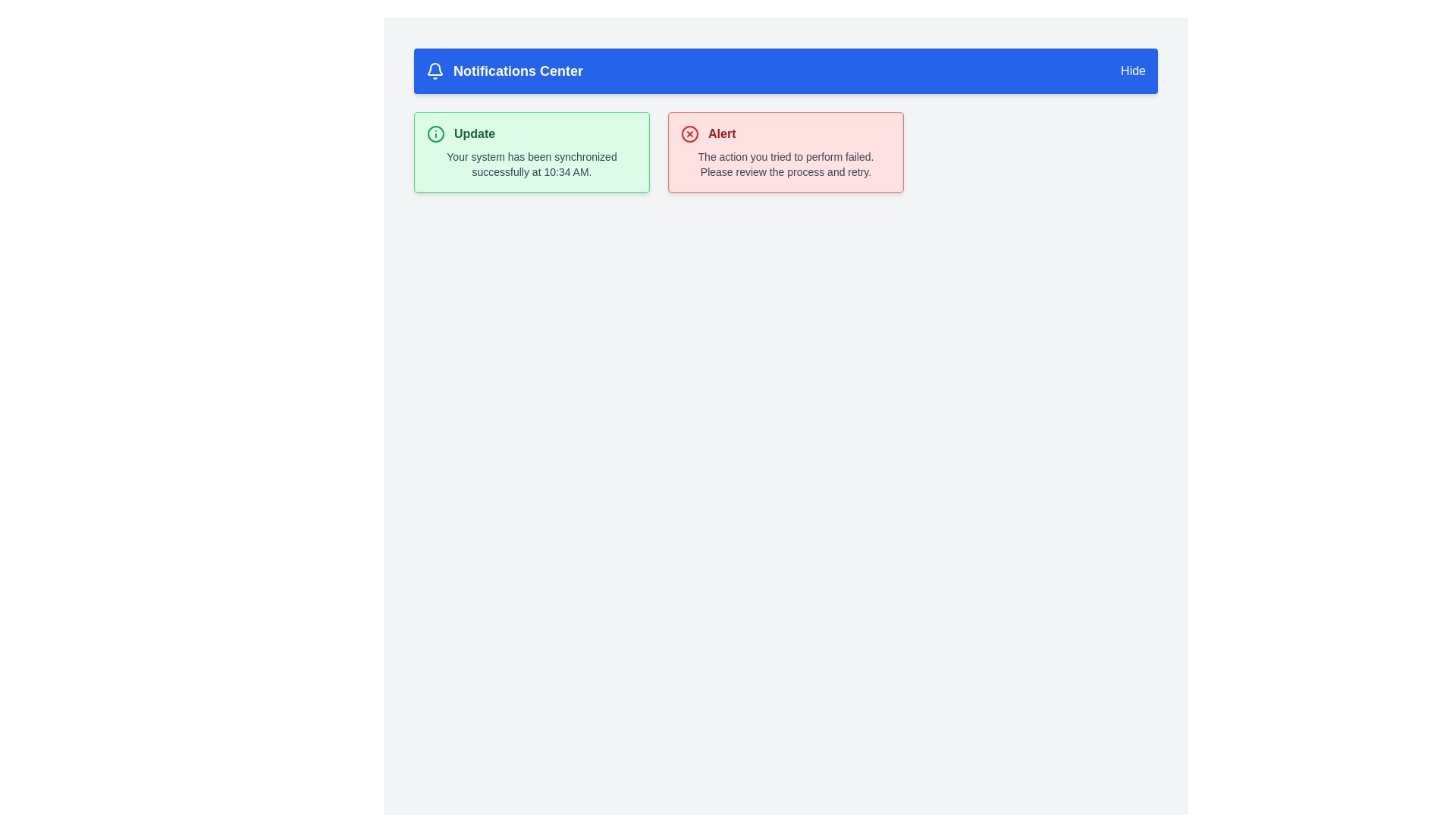 The image size is (1456, 819). What do you see at coordinates (435, 133) in the screenshot?
I see `the circular green outlined 'info' icon located to the left of the 'Update' text within the notification card in the Notifications Center` at bounding box center [435, 133].